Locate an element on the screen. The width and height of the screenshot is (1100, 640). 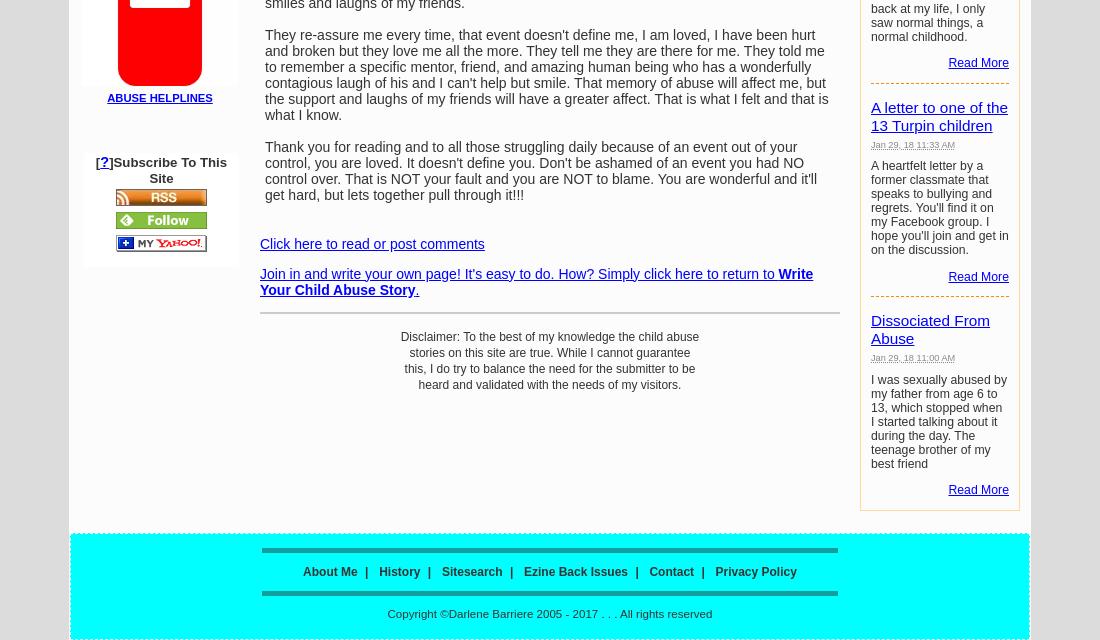
'Contact' is located at coordinates (671, 571).